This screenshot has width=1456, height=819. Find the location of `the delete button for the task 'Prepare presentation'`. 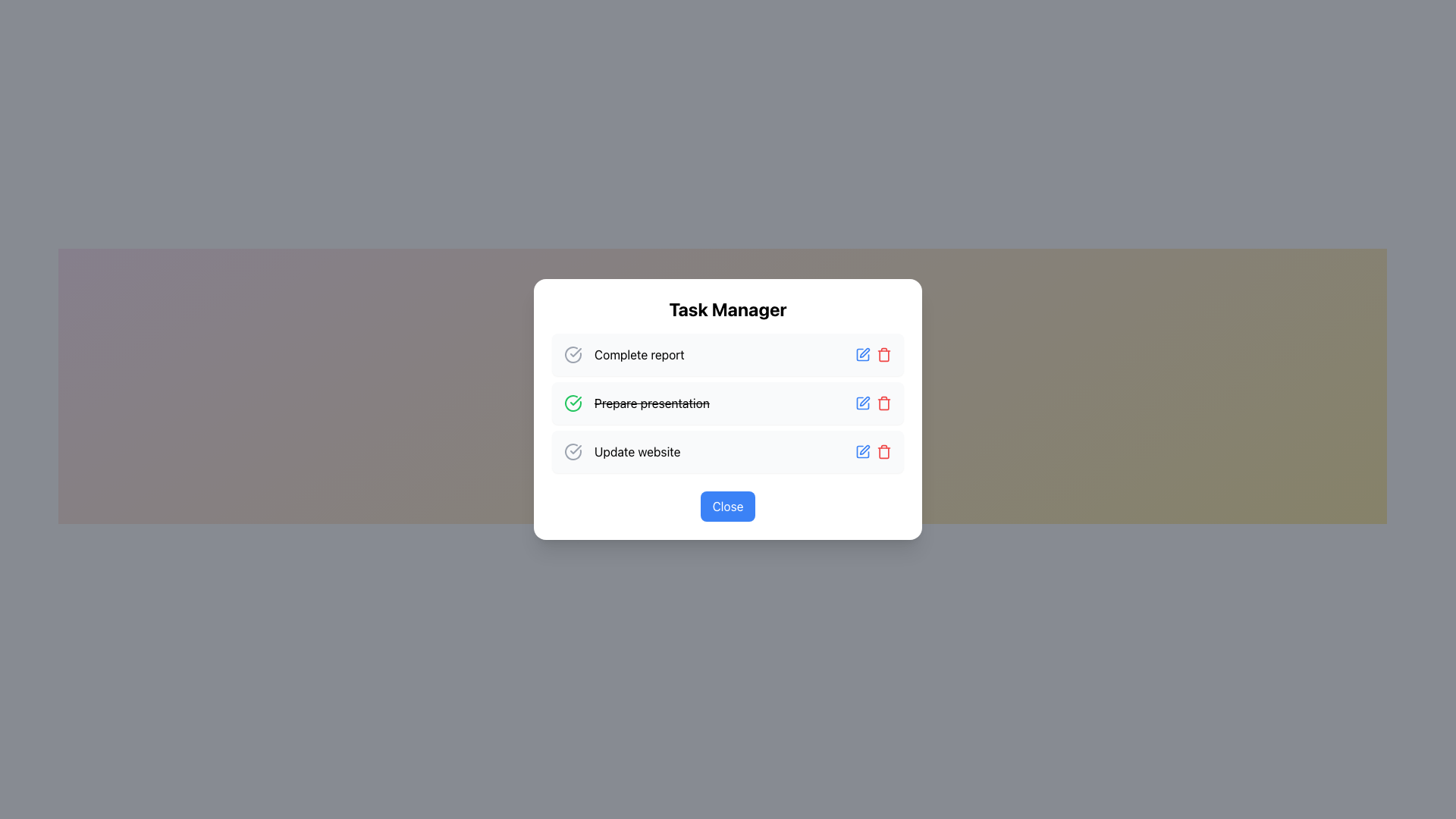

the delete button for the task 'Prepare presentation' is located at coordinates (884, 403).